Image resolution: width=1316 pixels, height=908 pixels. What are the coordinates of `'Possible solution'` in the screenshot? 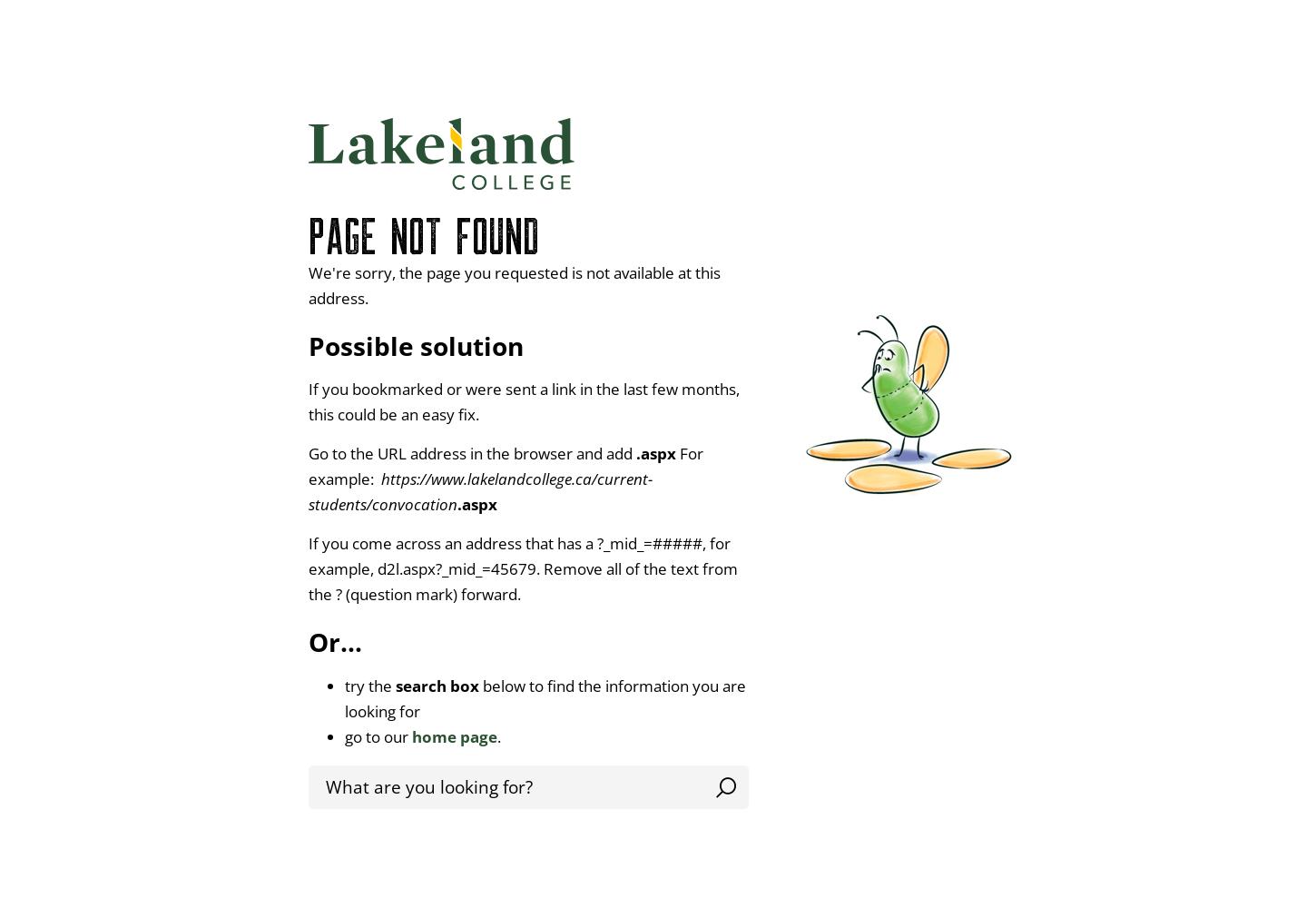 It's located at (309, 346).